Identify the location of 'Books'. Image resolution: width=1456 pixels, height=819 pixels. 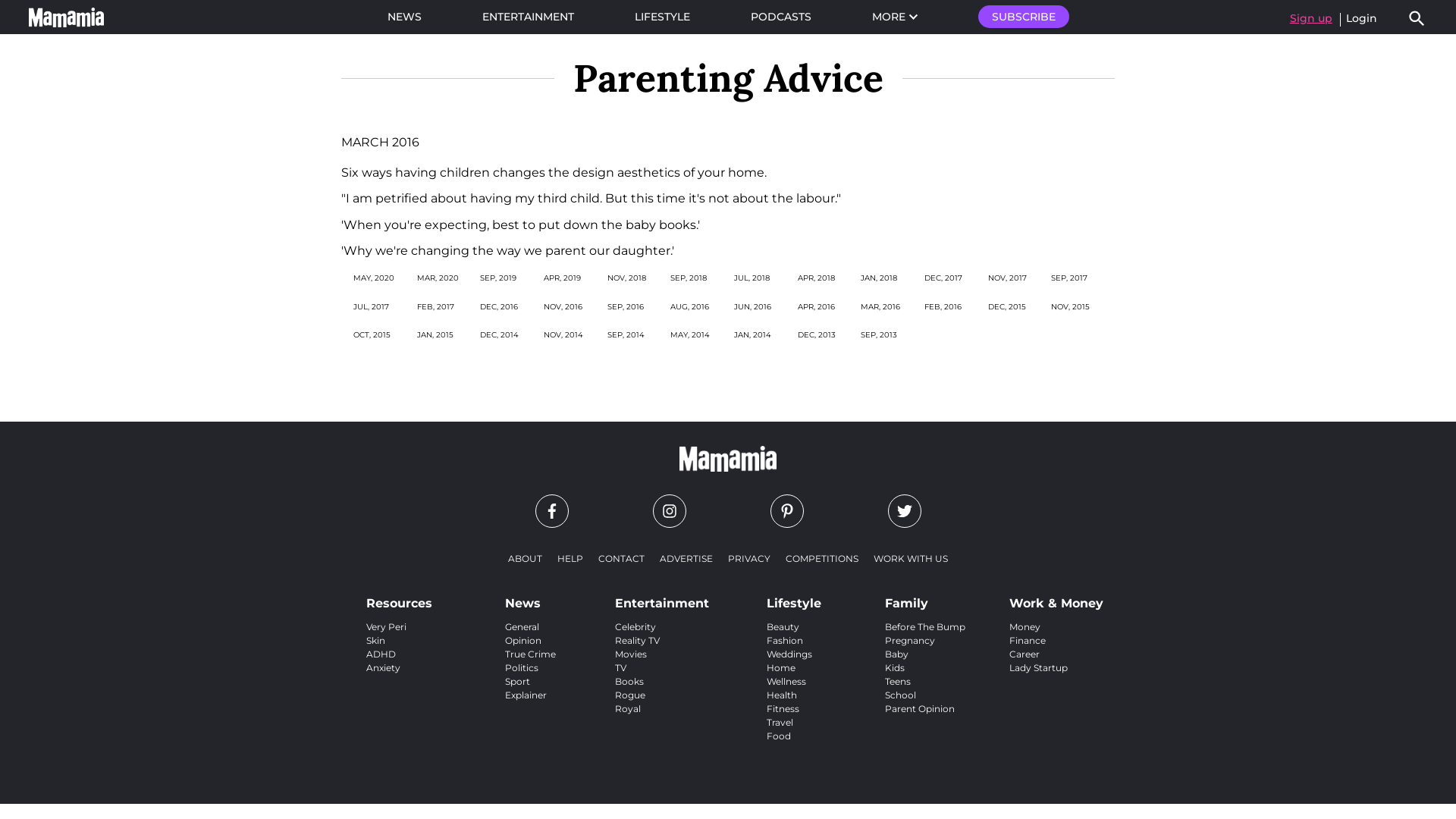
(629, 680).